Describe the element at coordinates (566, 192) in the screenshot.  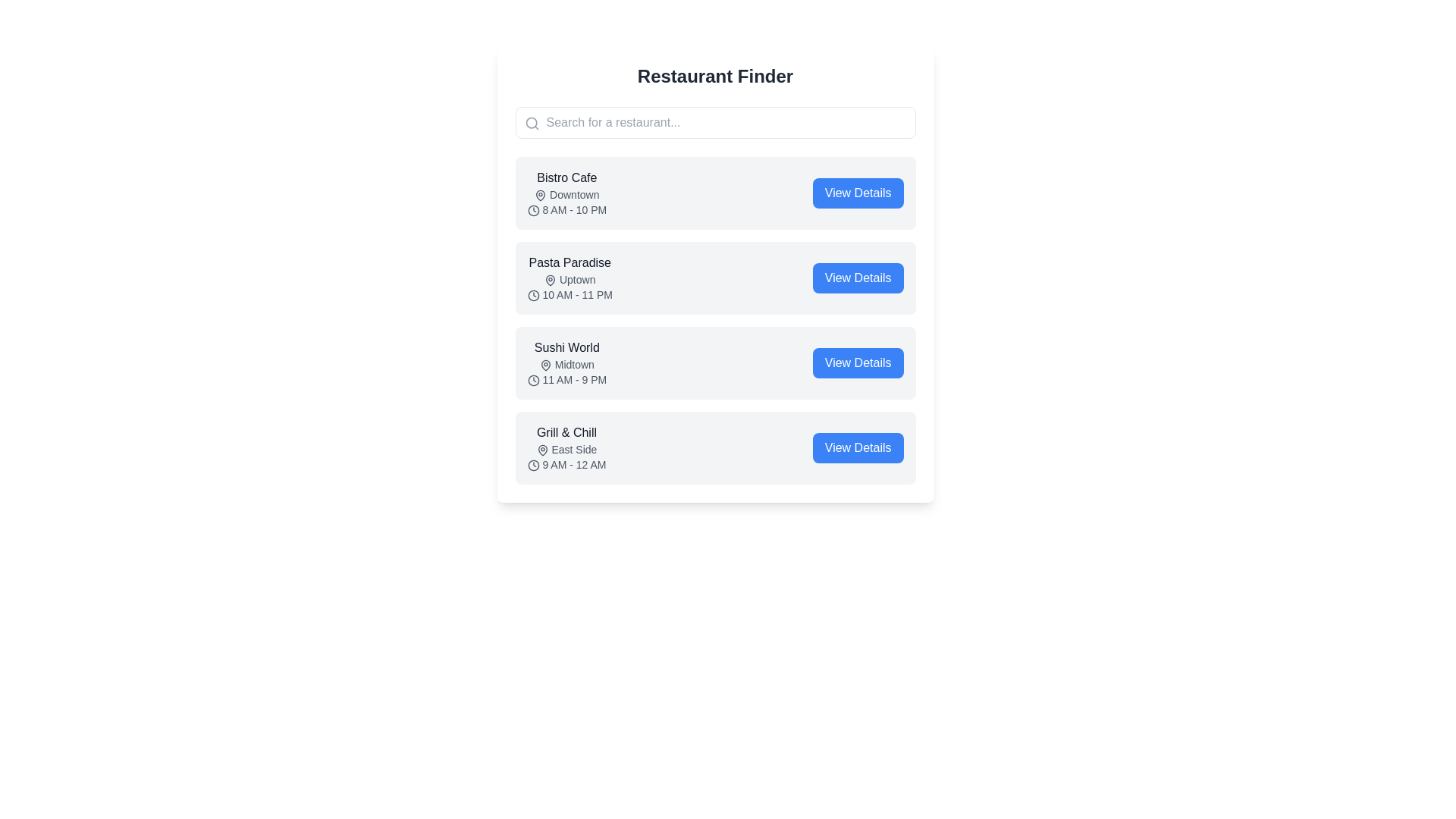
I see `the informational label displaying 'Bistro Cafe' with a map pin icon and a clock icon, which is the first entry in the restaurant list` at that location.